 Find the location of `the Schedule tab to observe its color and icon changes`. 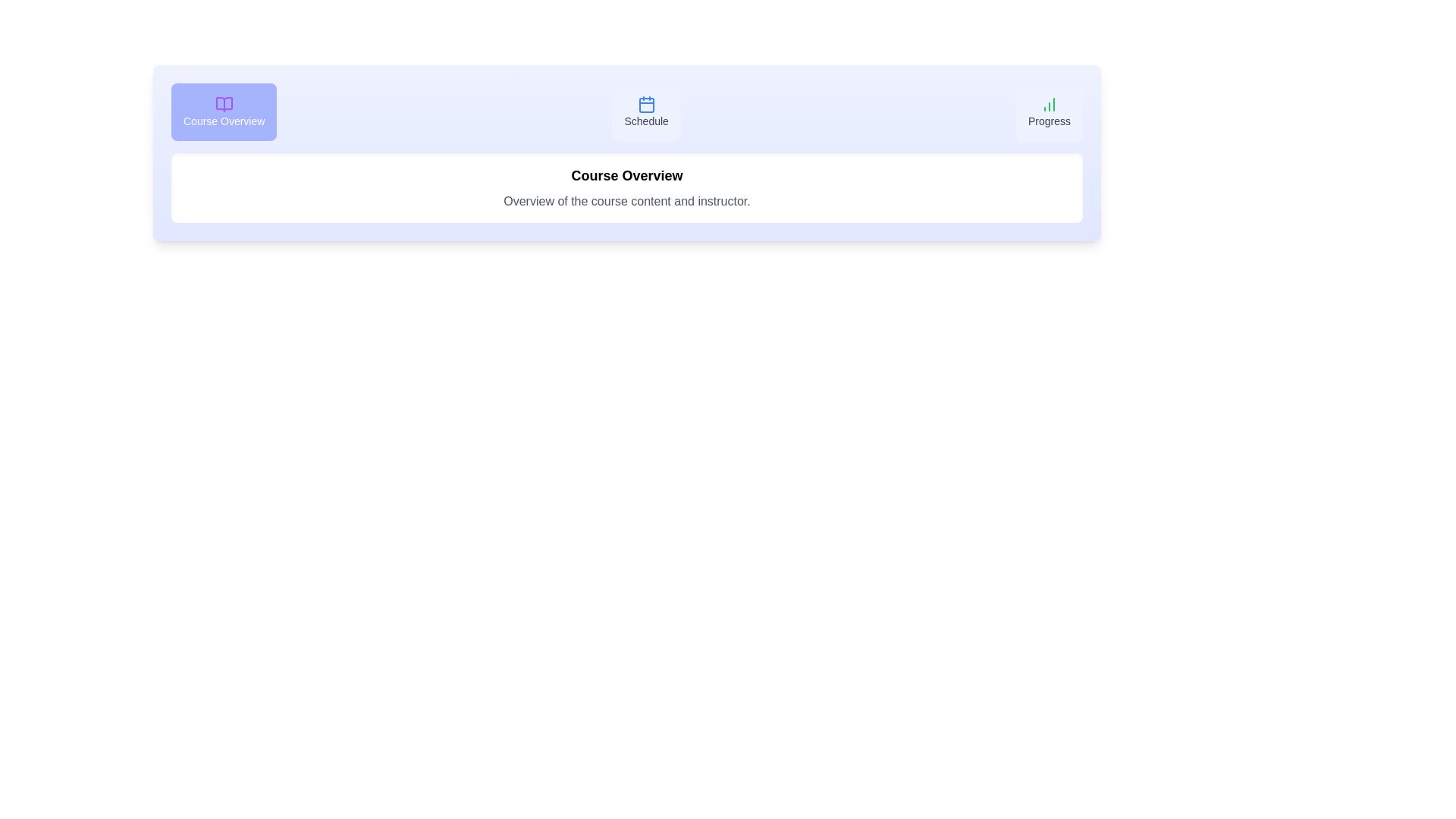

the Schedule tab to observe its color and icon changes is located at coordinates (645, 111).